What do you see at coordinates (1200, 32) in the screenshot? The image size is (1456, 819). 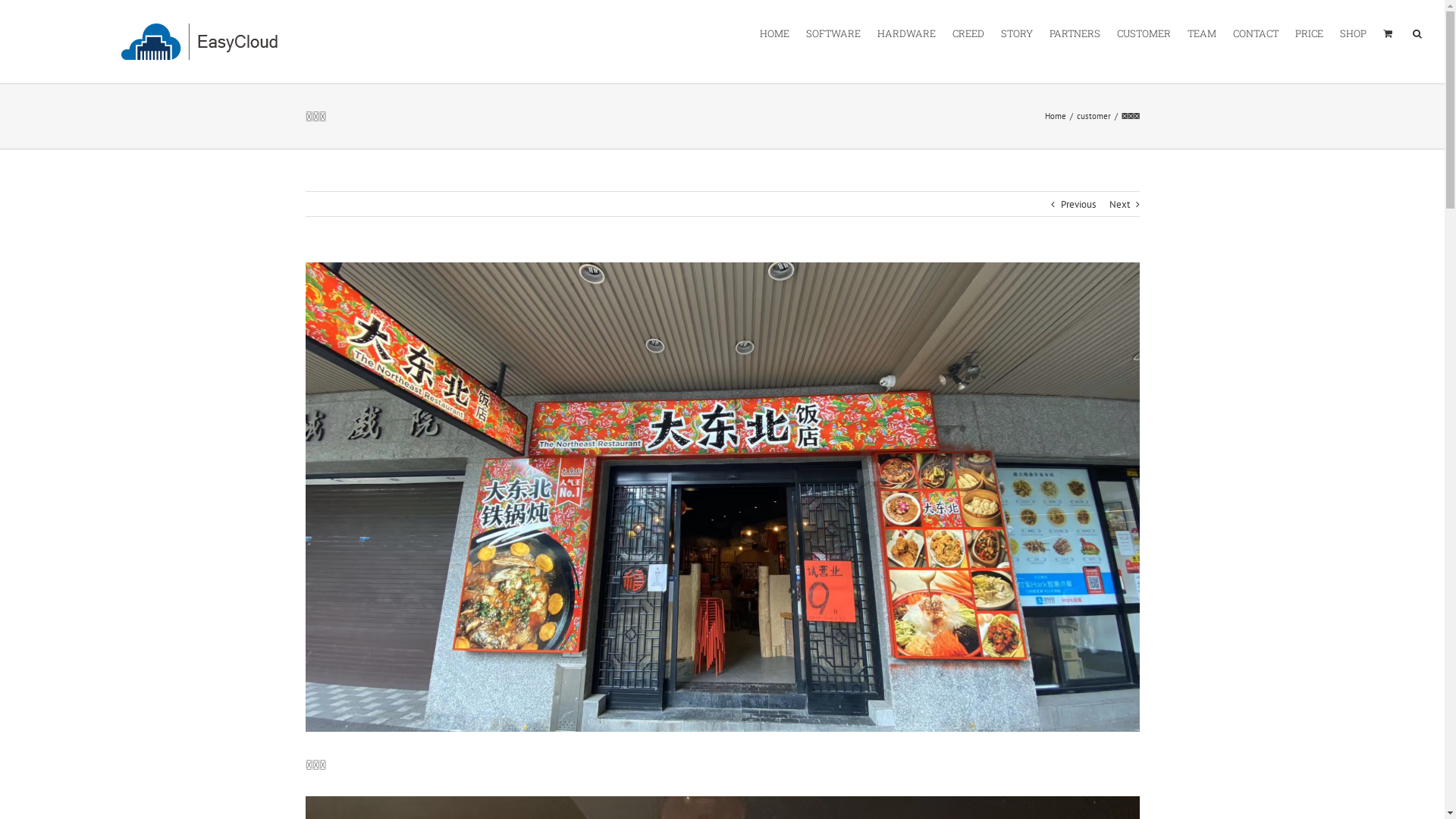 I see `'TEAM'` at bounding box center [1200, 32].